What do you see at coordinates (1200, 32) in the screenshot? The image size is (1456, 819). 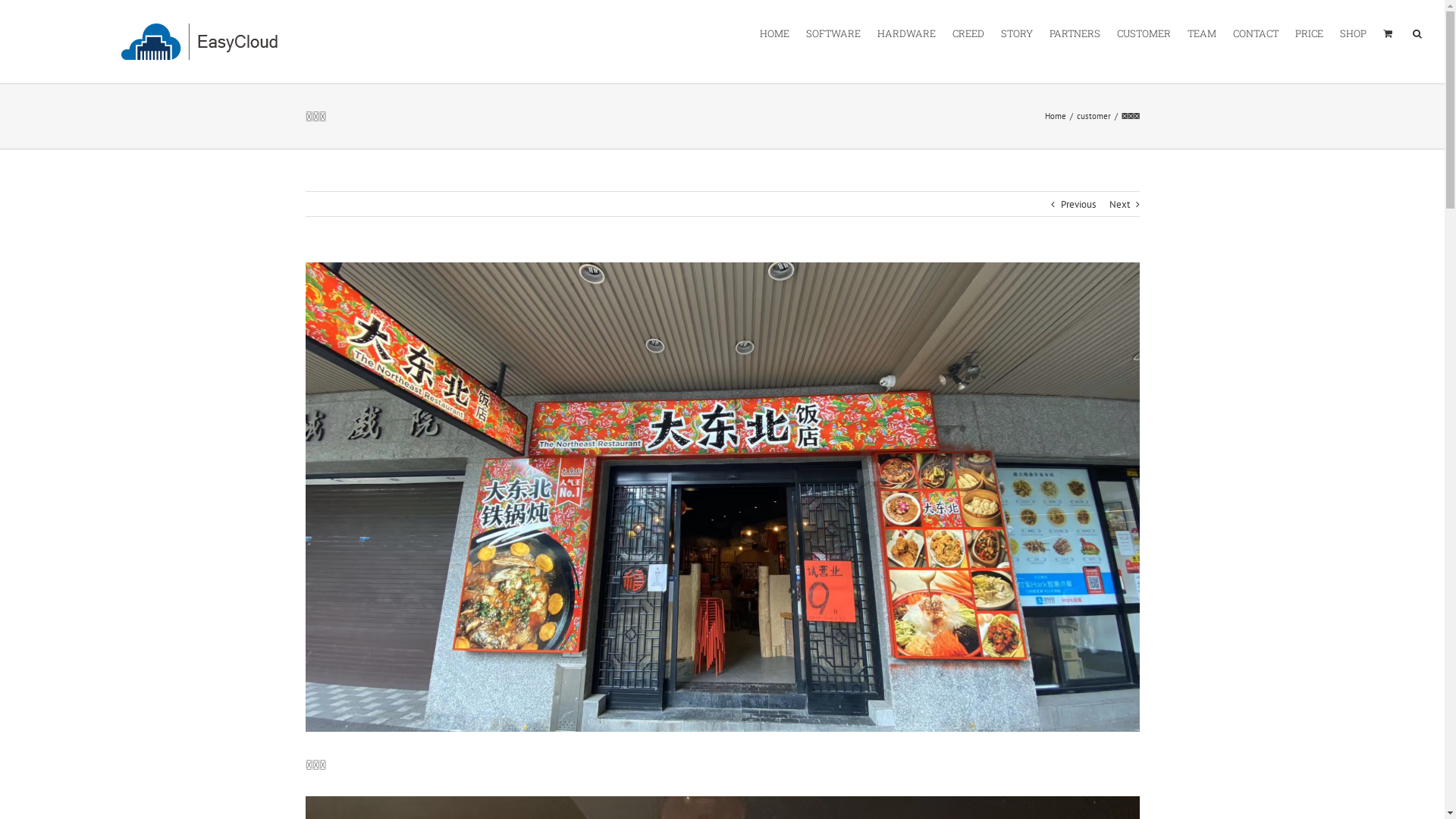 I see `'TEAM'` at bounding box center [1200, 32].